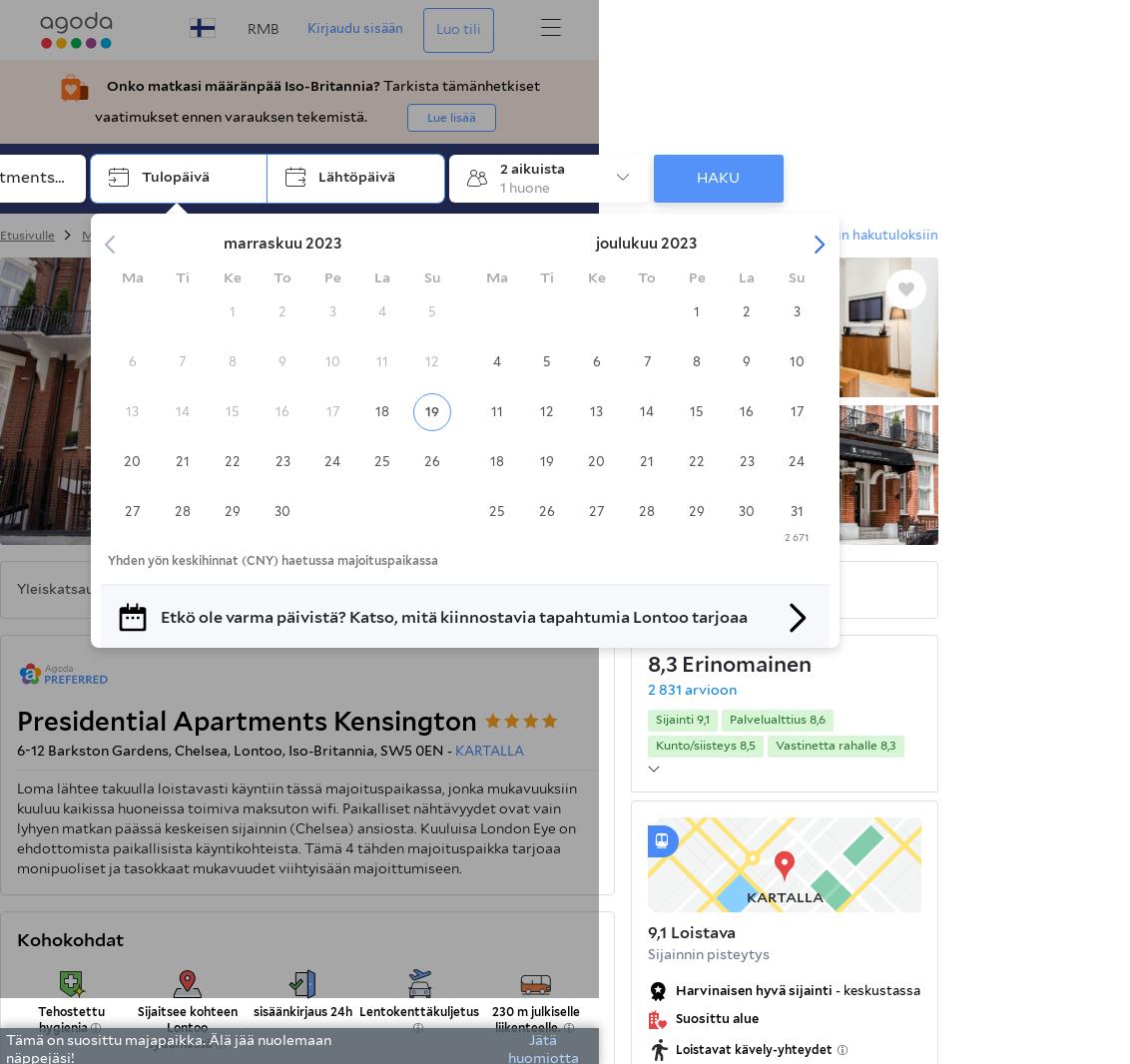 Image resolution: width=1130 pixels, height=1064 pixels. Describe the element at coordinates (570, 234) in the screenshot. I see `'Lontoo asuntoja palveluilla'` at that location.